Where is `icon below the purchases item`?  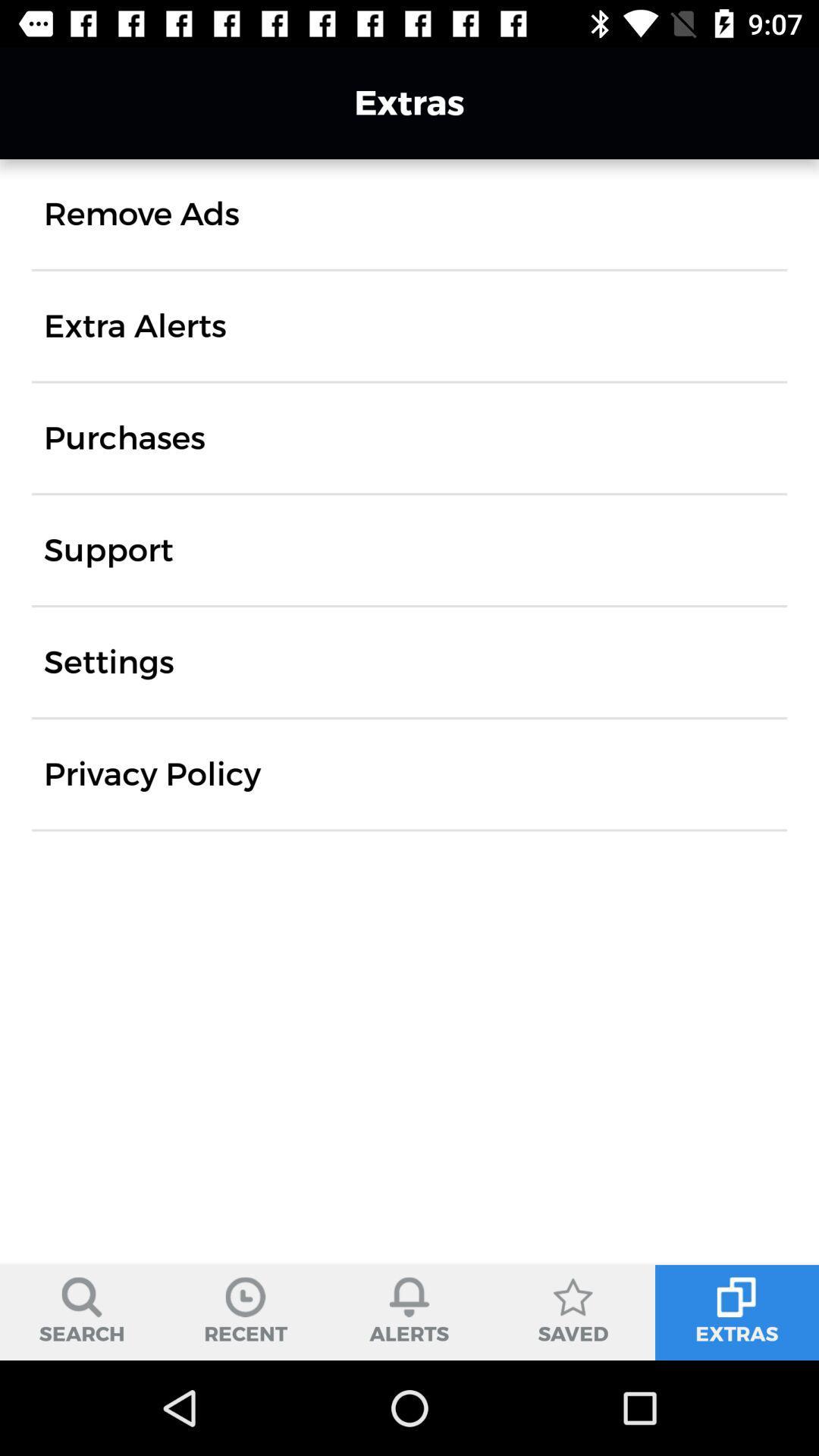
icon below the purchases item is located at coordinates (108, 549).